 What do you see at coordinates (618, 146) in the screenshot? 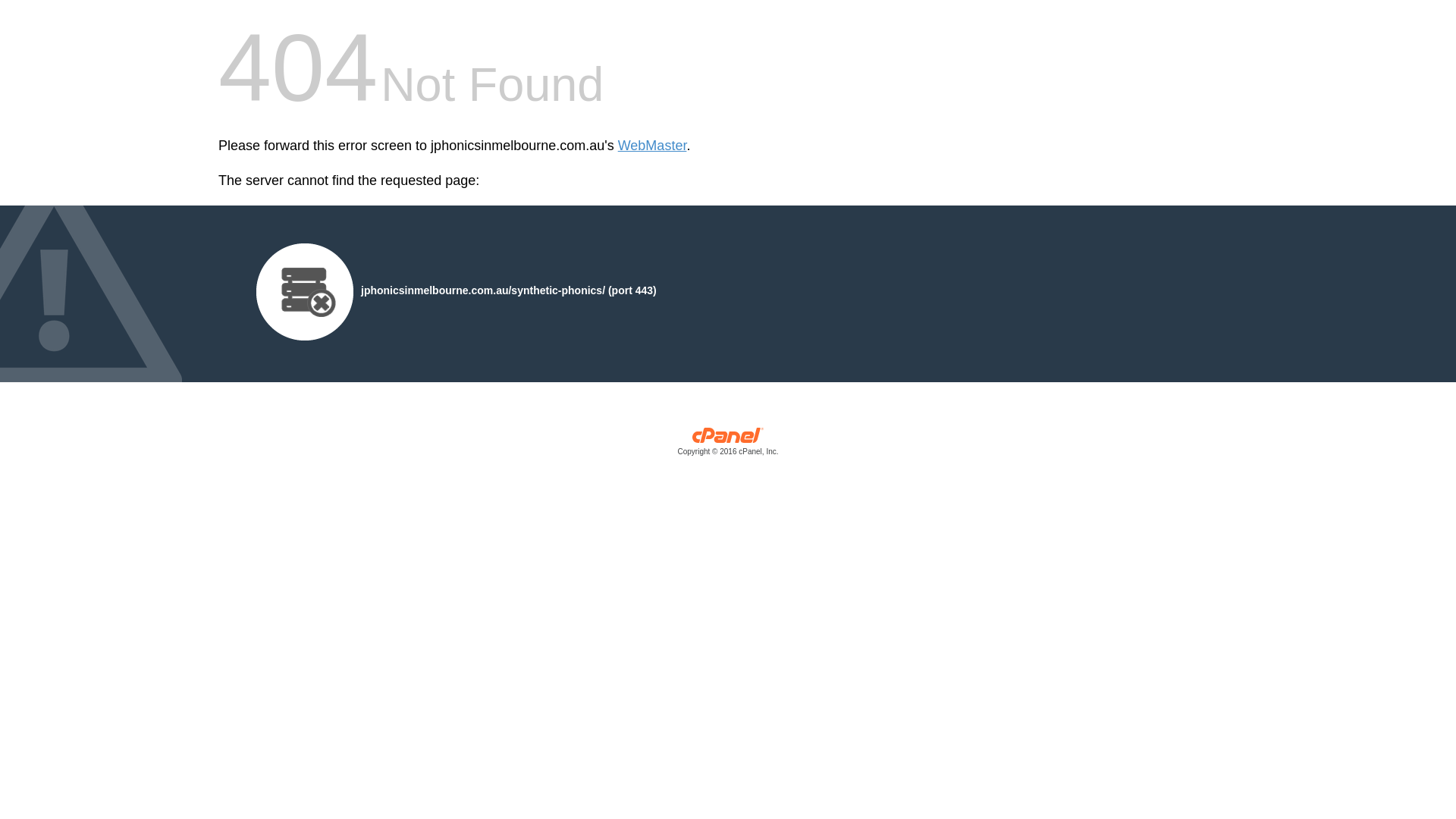
I see `'WebMaster'` at bounding box center [618, 146].